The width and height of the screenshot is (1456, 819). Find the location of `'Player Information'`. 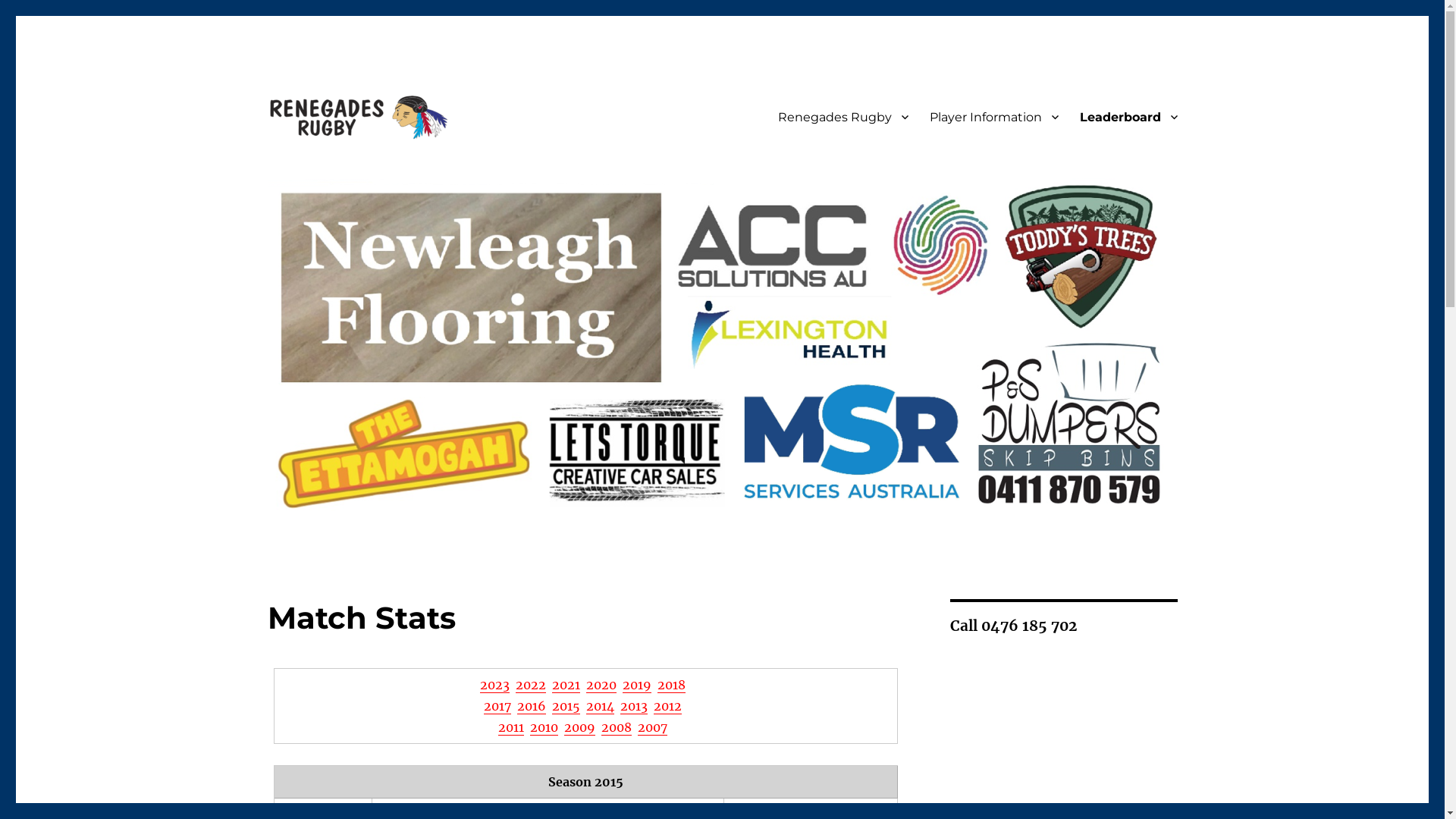

'Player Information' is located at coordinates (993, 116).